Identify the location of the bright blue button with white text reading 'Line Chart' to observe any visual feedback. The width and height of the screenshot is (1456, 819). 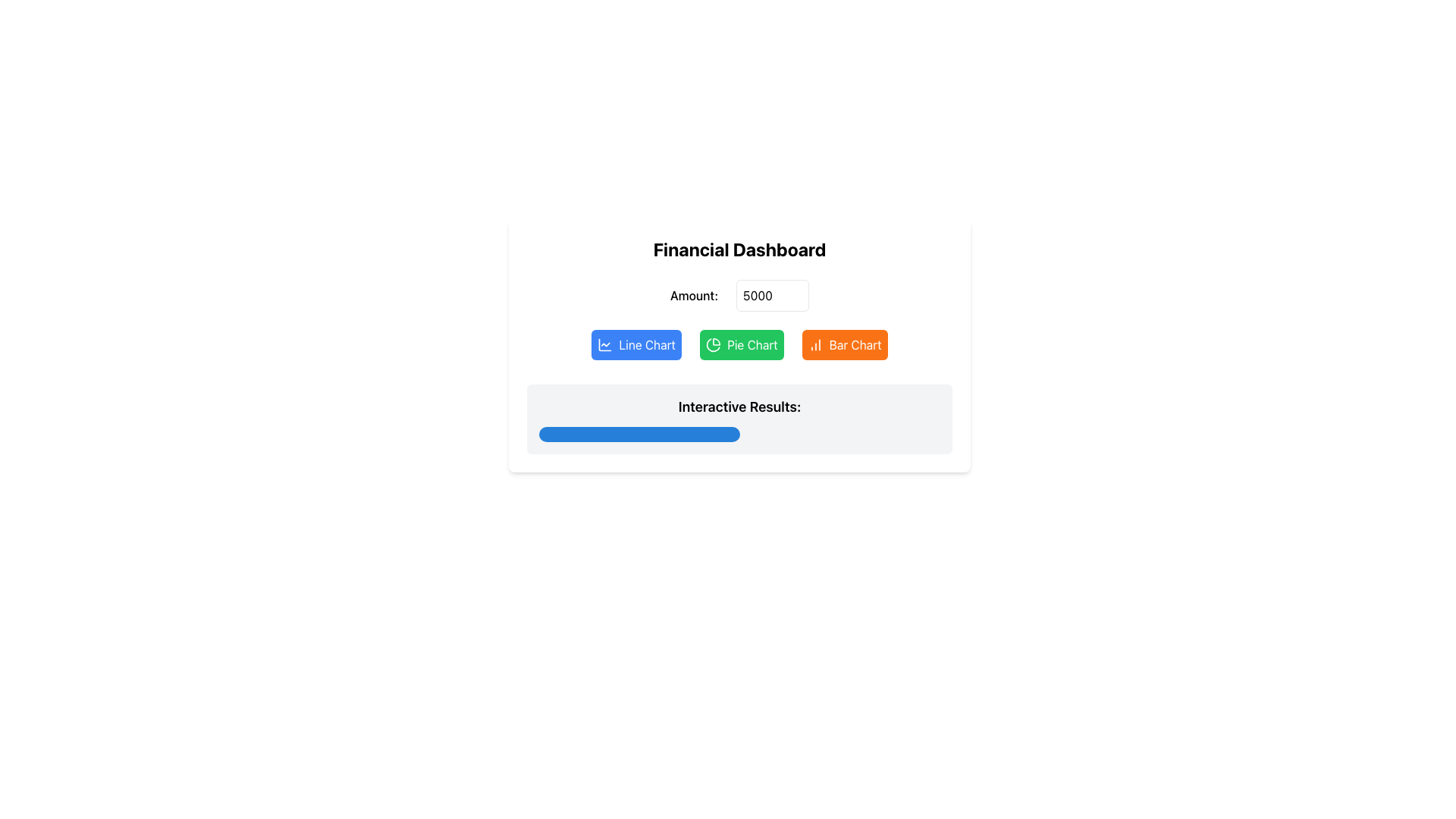
(636, 345).